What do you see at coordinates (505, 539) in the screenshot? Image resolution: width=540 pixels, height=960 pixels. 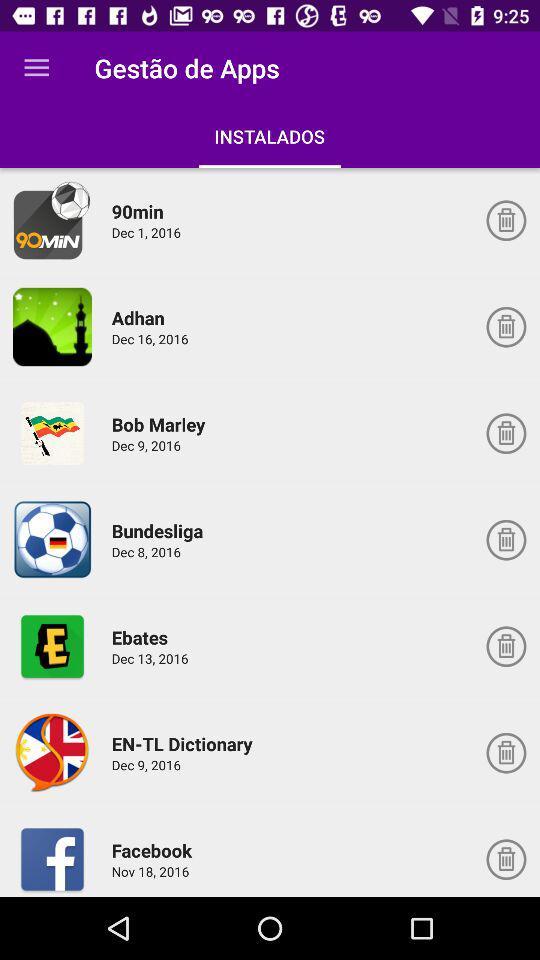 I see `delete bundesliga` at bounding box center [505, 539].